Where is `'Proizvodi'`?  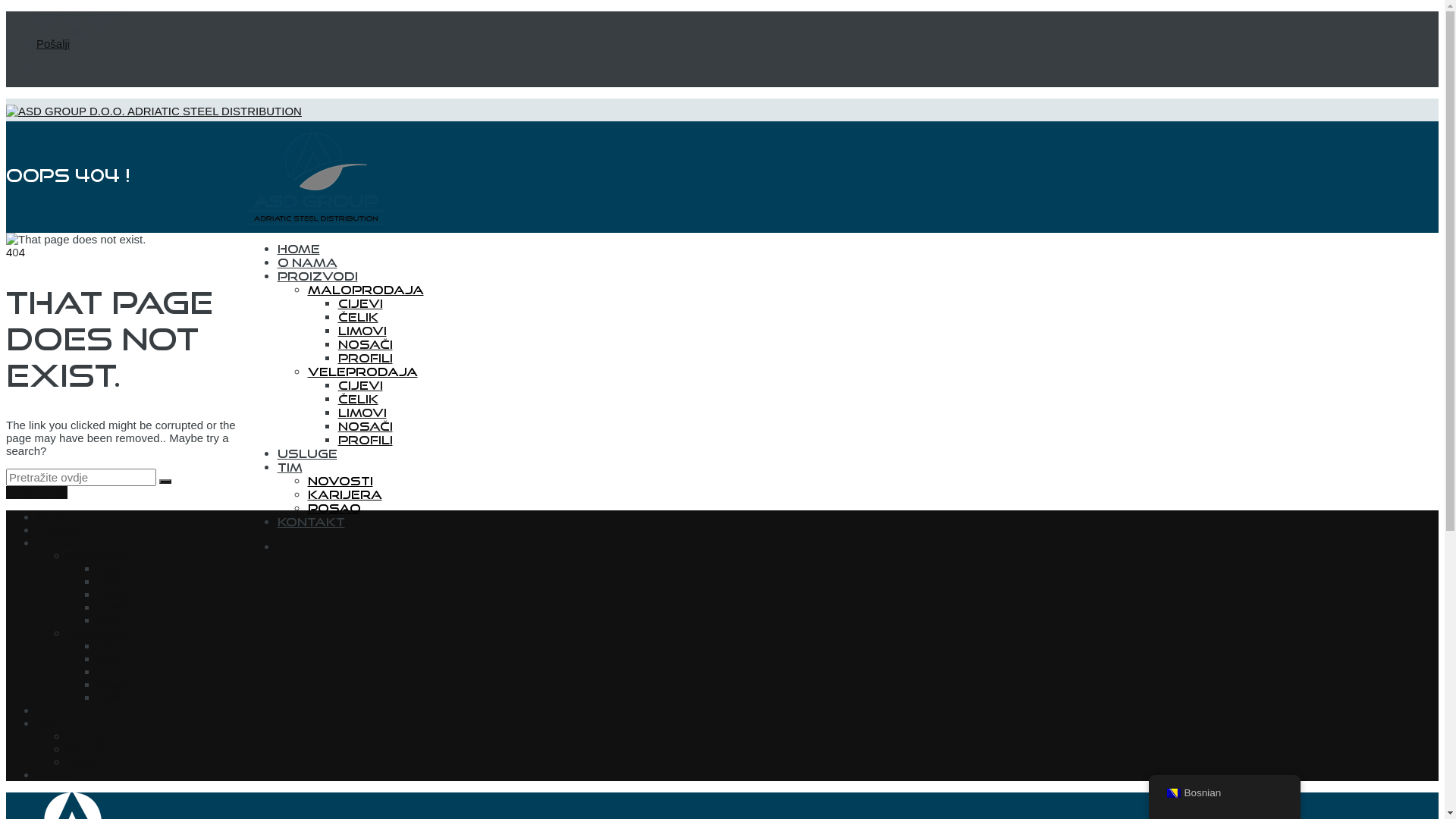 'Proizvodi' is located at coordinates (277, 275).